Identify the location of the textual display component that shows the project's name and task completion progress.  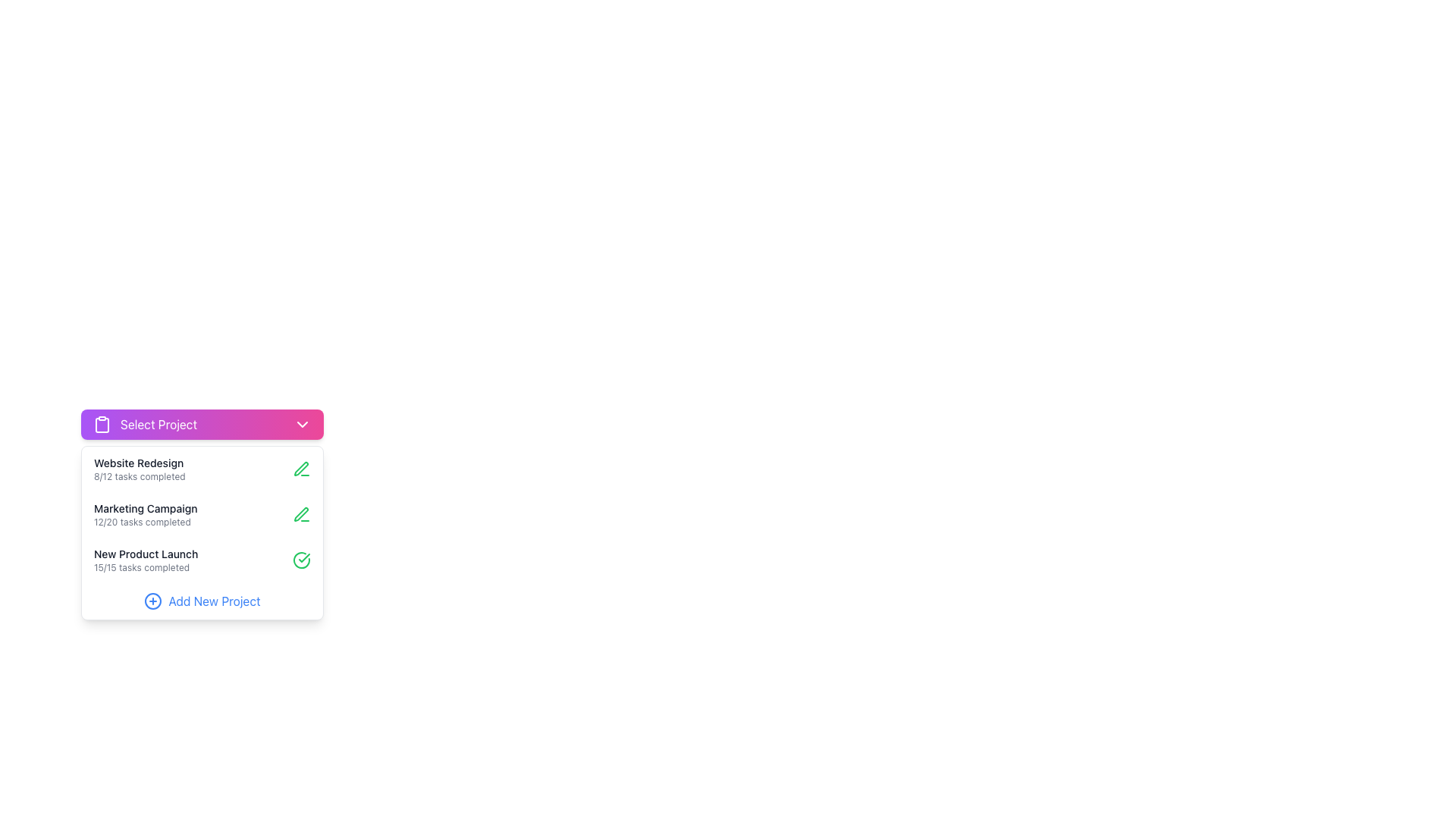
(140, 468).